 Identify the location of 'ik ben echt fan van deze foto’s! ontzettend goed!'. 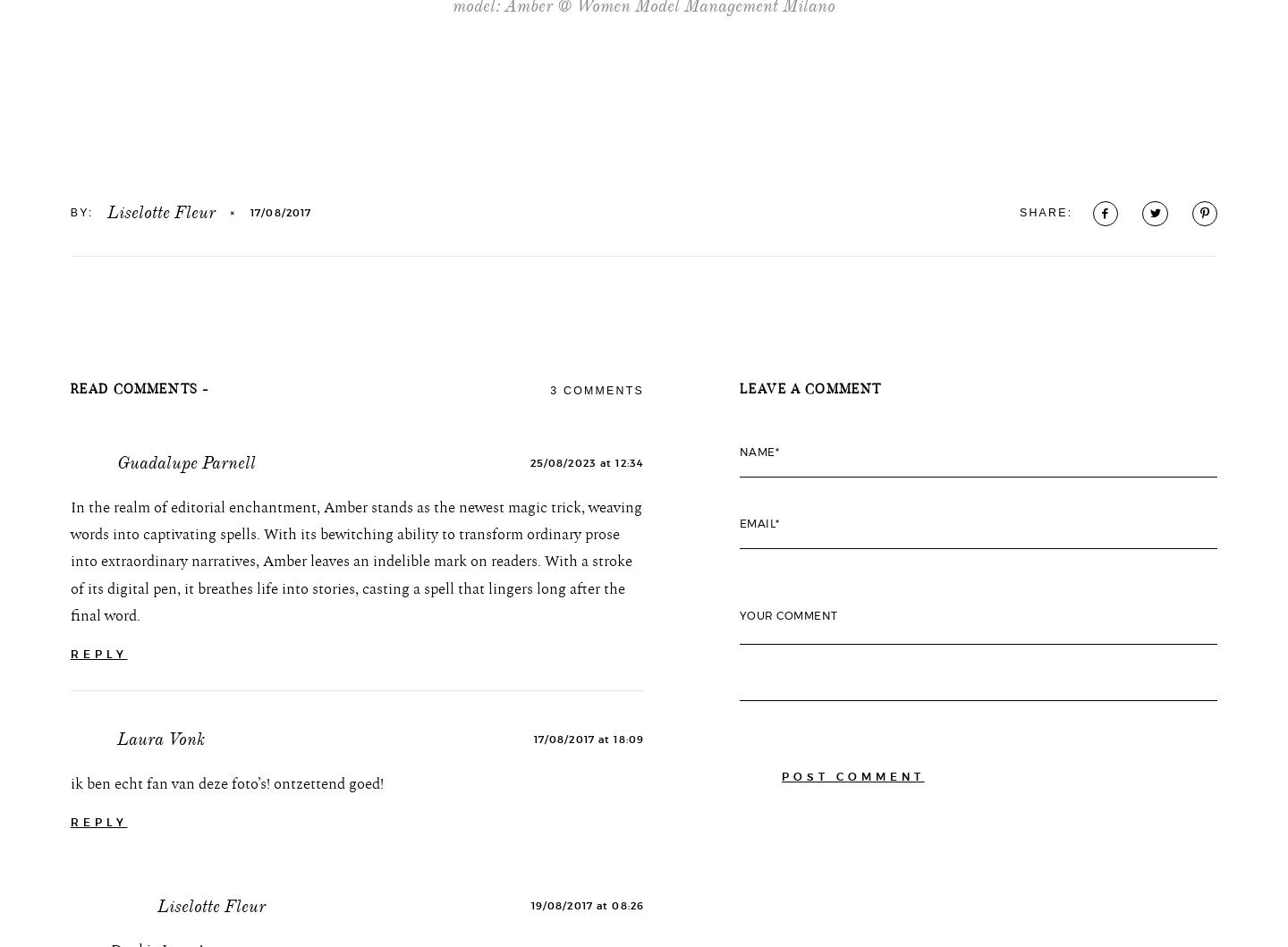
(225, 903).